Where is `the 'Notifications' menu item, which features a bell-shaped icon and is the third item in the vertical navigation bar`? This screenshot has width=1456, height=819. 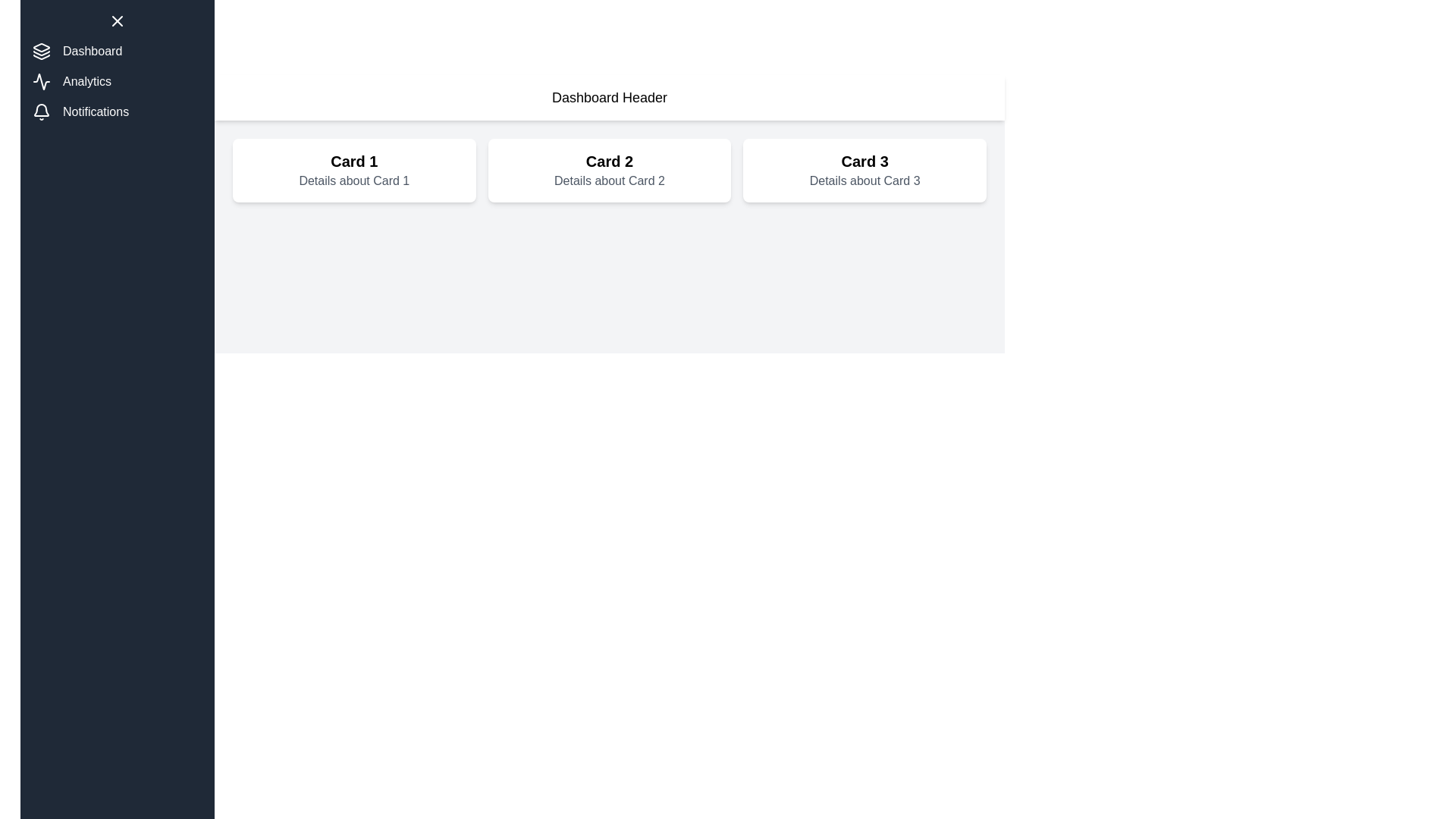
the 'Notifications' menu item, which features a bell-shaped icon and is the third item in the vertical navigation bar is located at coordinates (116, 111).